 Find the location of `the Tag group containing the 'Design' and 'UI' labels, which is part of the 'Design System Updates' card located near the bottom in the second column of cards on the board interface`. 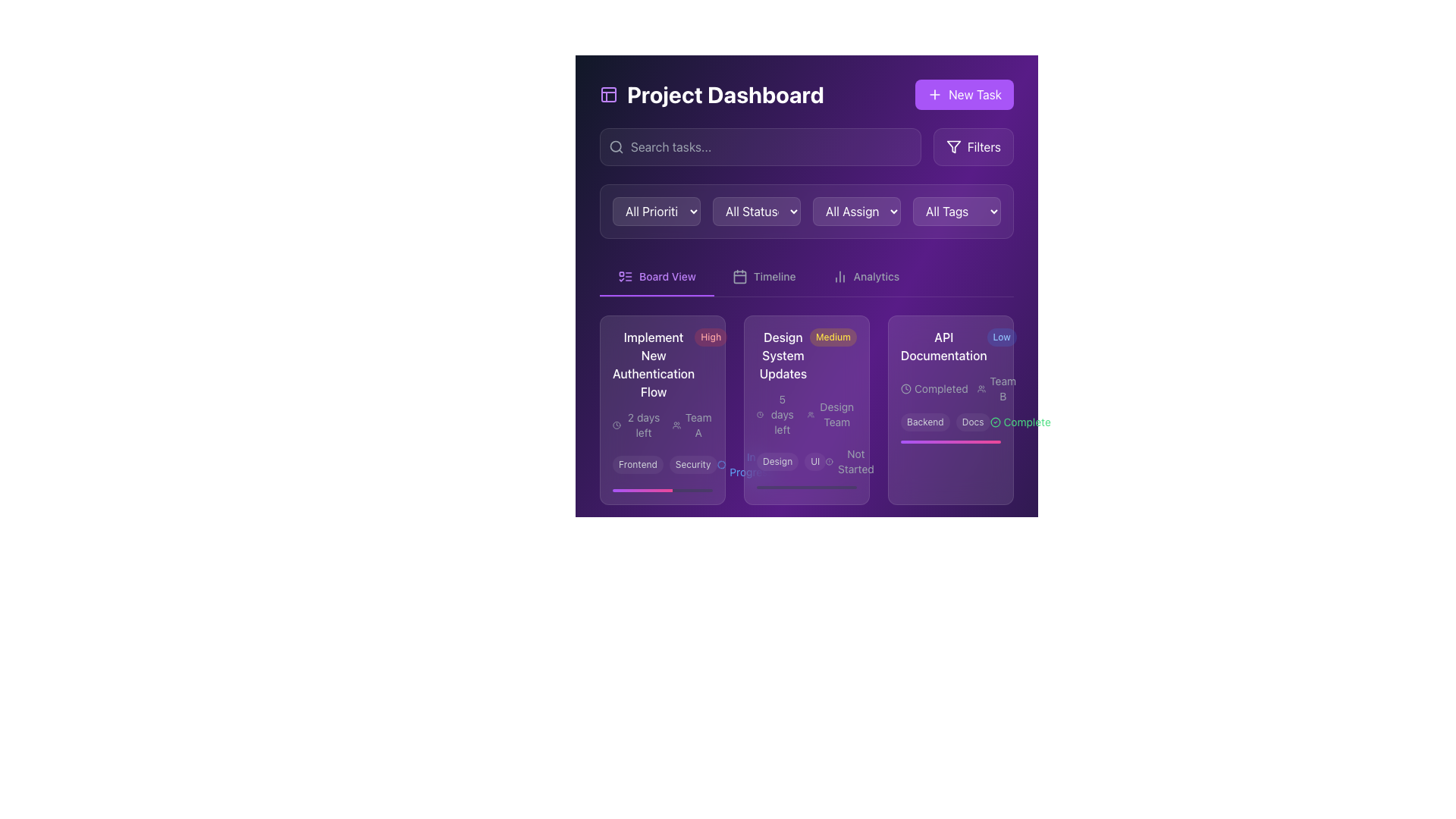

the Tag group containing the 'Design' and 'UI' labels, which is part of the 'Design System Updates' card located near the bottom in the second column of cards on the board interface is located at coordinates (806, 461).